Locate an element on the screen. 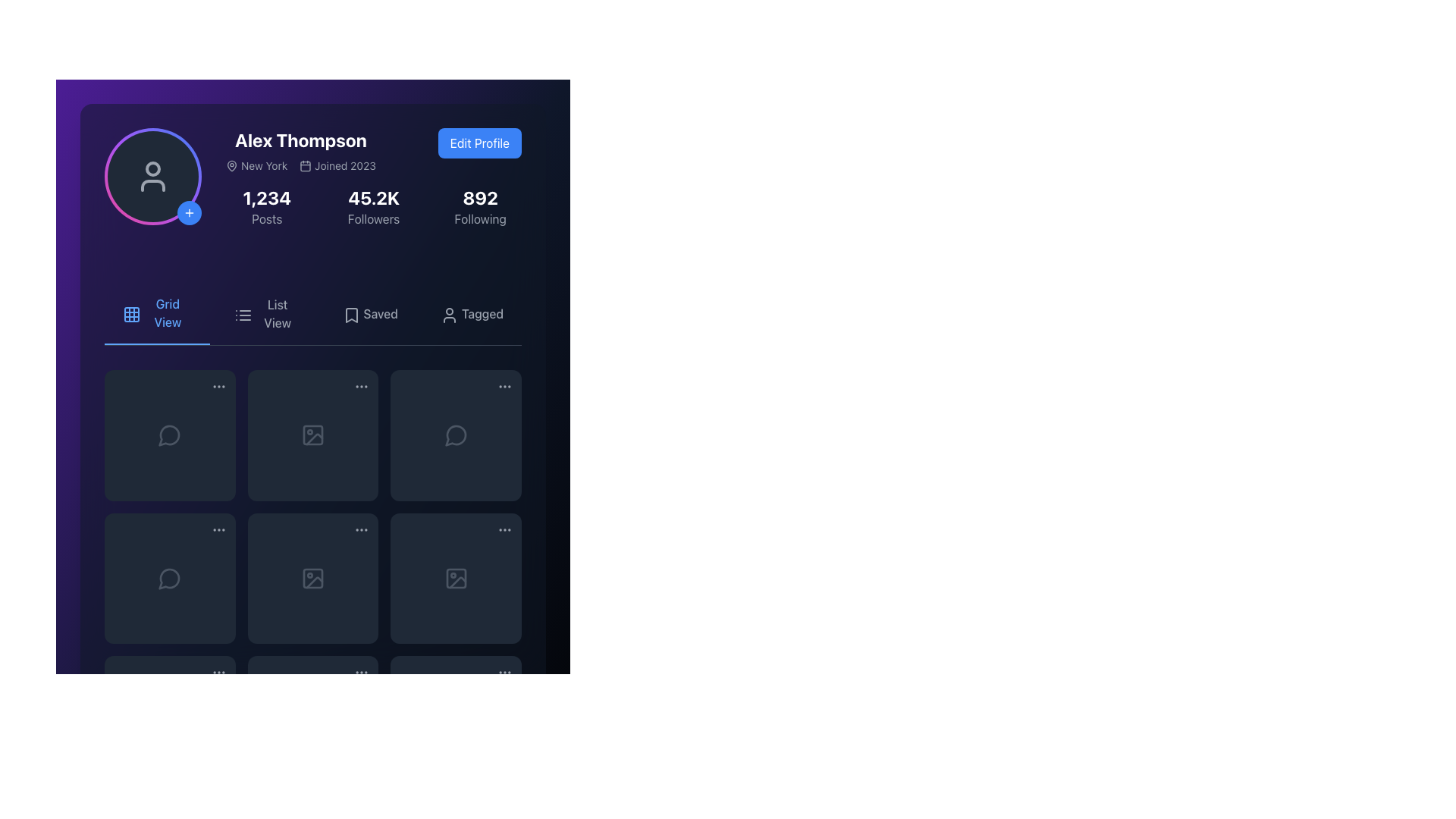 The width and height of the screenshot is (1456, 819). follower count displayed in the middle component of the row containing 'Posts', 'Followers', and 'Following' is located at coordinates (374, 207).